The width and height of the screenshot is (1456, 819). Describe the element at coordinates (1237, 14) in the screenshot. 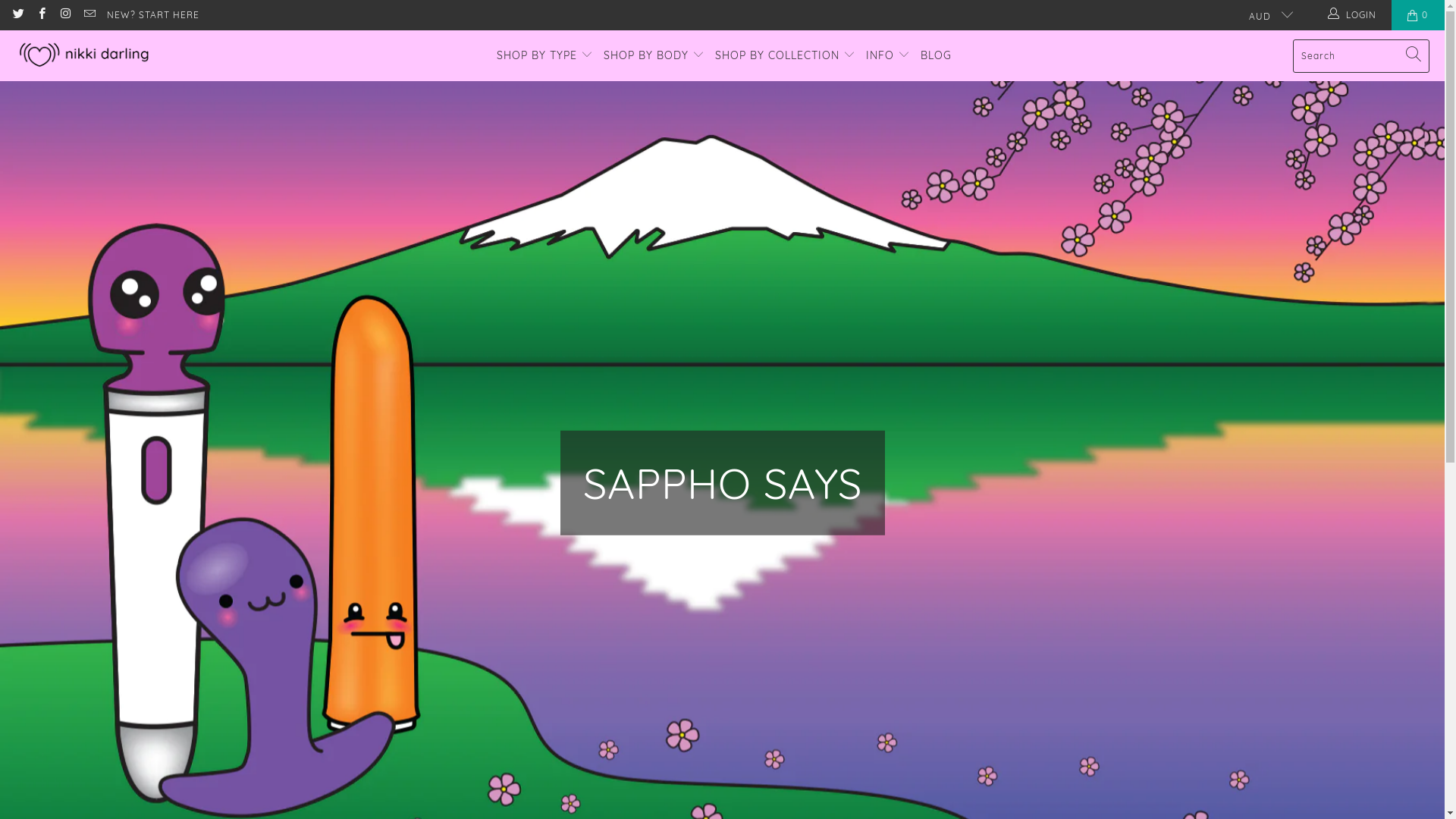

I see `'AUD'` at that location.